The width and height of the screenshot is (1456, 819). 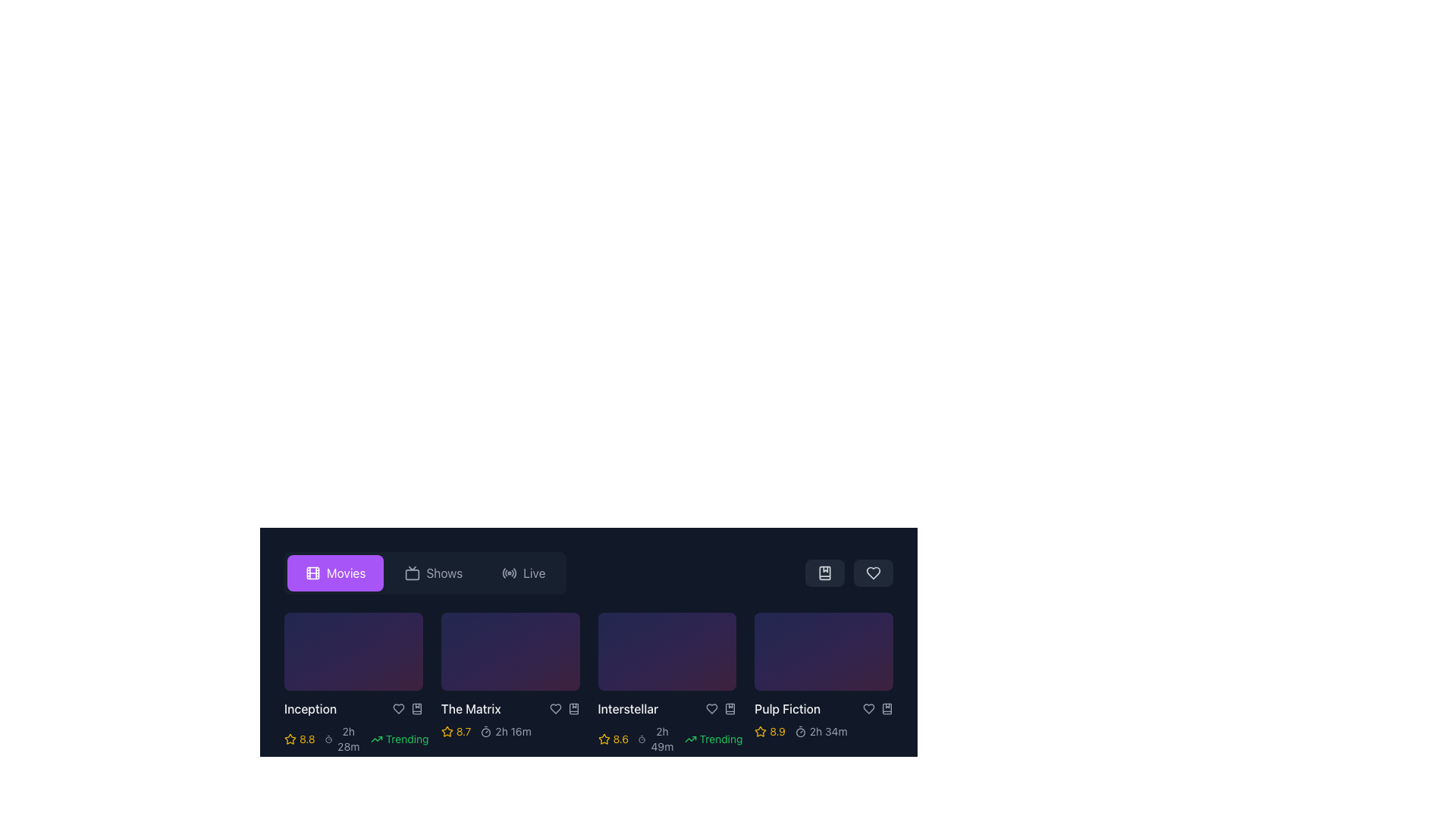 What do you see at coordinates (353, 683) in the screenshot?
I see `the play button for the movie 'Inception'` at bounding box center [353, 683].